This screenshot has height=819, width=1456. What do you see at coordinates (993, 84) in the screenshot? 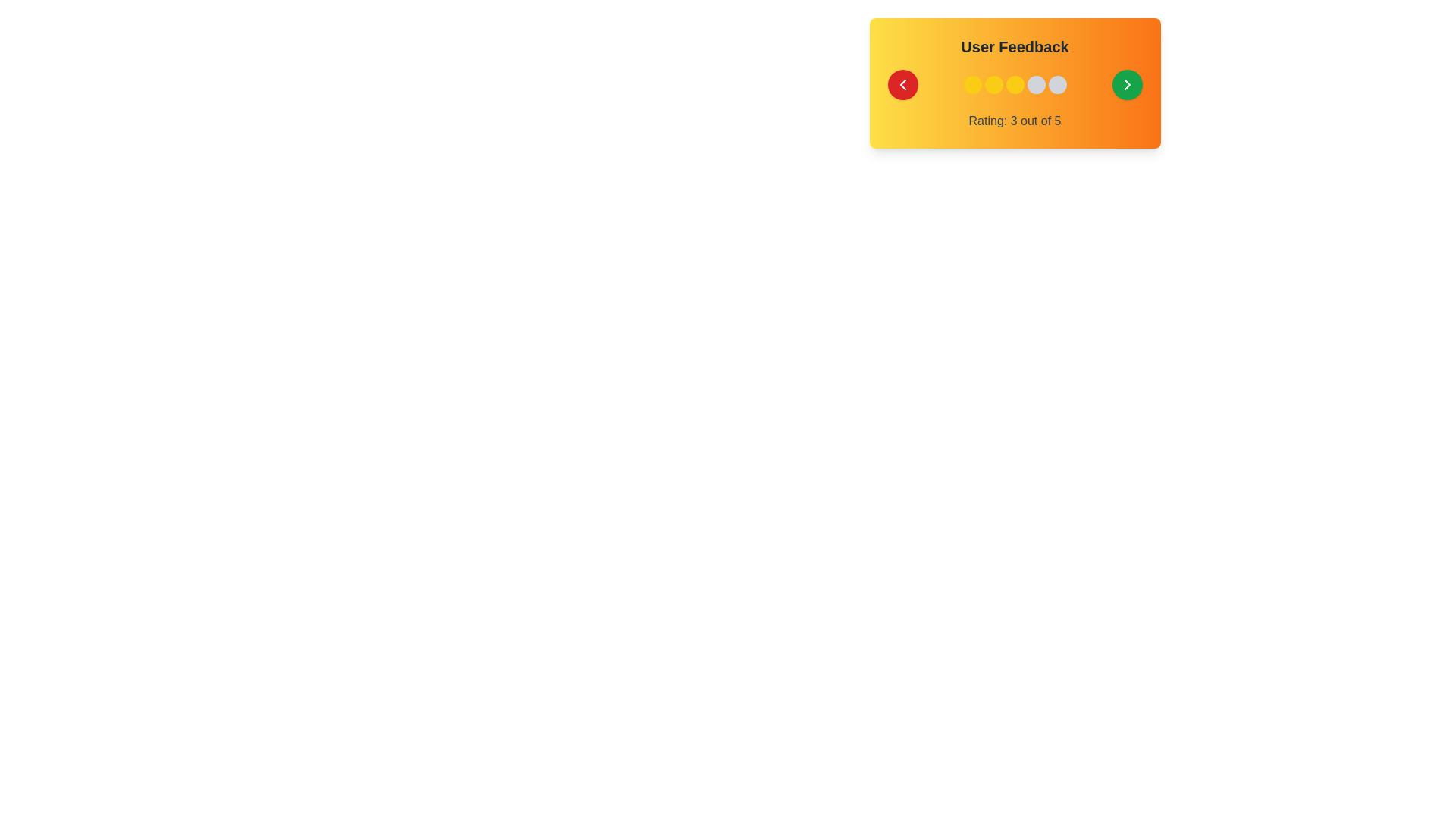
I see `the second circular rating option in the rating component located beneath the 'User Feedback' title` at bounding box center [993, 84].